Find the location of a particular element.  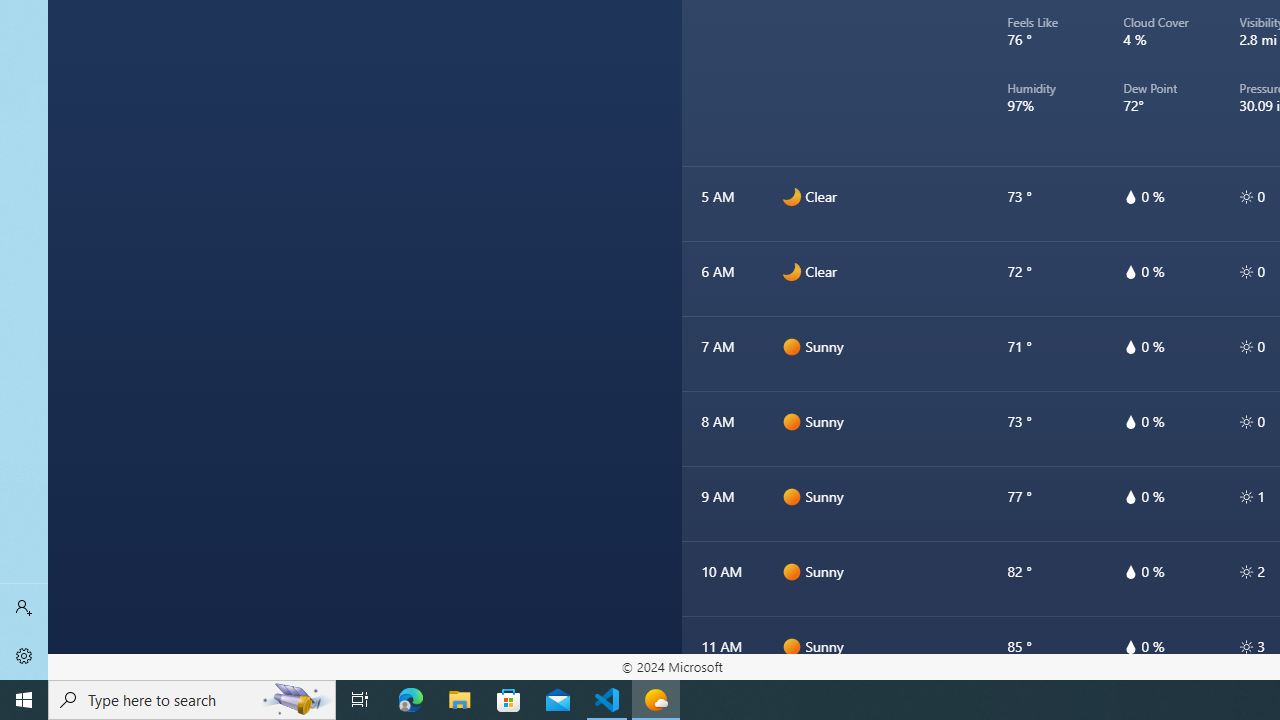

'File Explorer' is located at coordinates (459, 698).